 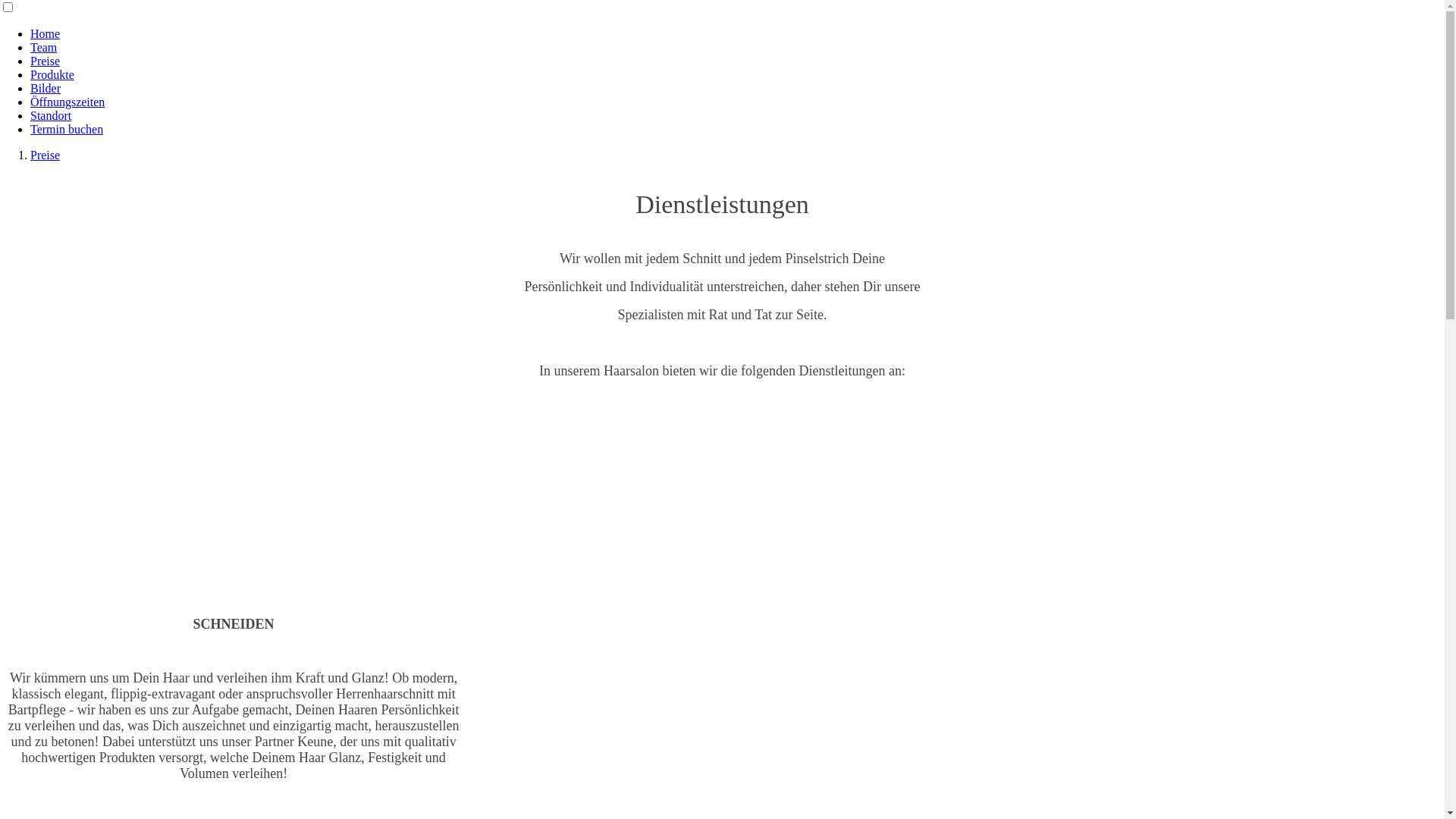 What do you see at coordinates (51, 115) in the screenshot?
I see `'Standort'` at bounding box center [51, 115].